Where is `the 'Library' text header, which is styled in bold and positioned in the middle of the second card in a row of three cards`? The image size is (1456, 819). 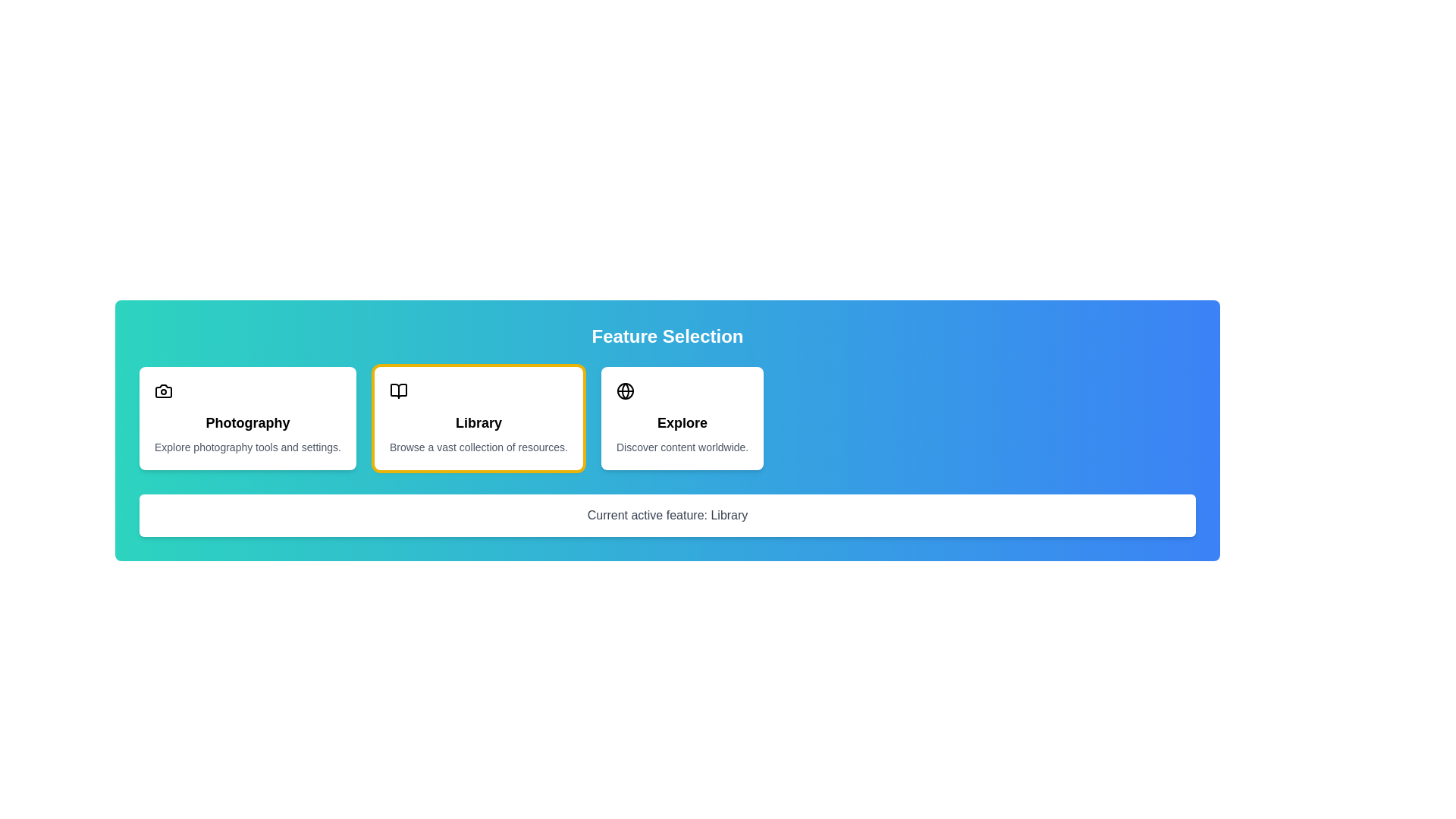
the 'Library' text header, which is styled in bold and positioned in the middle of the second card in a row of three cards is located at coordinates (478, 423).